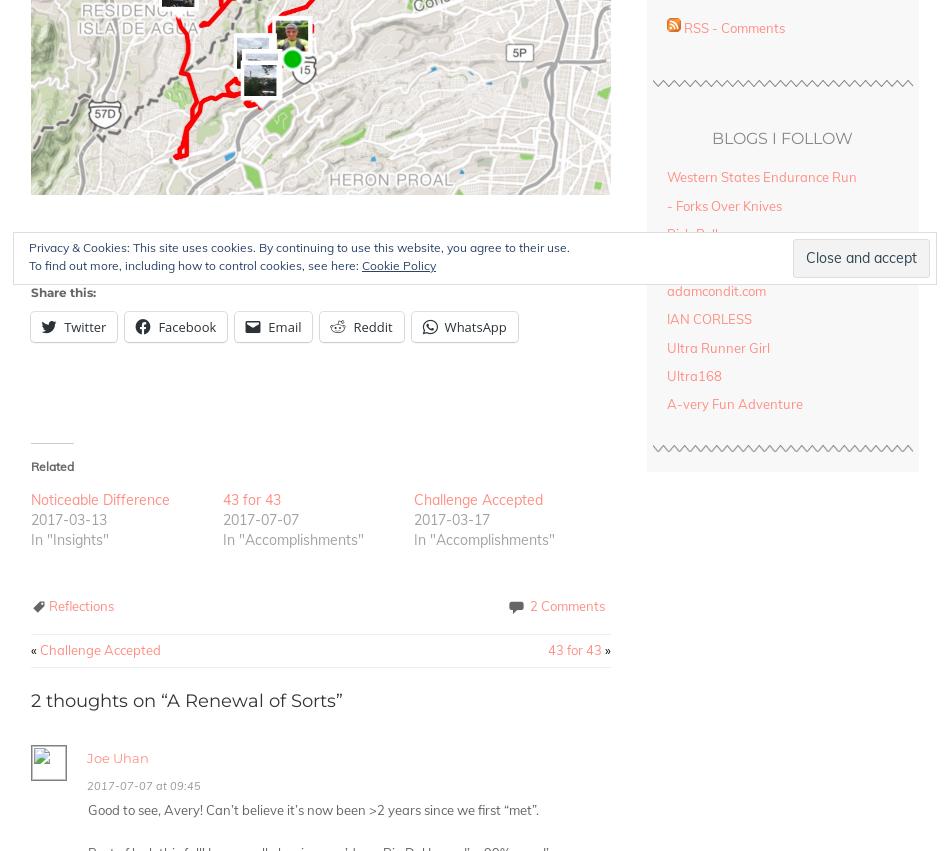  I want to click on 'Share this:', so click(63, 291).